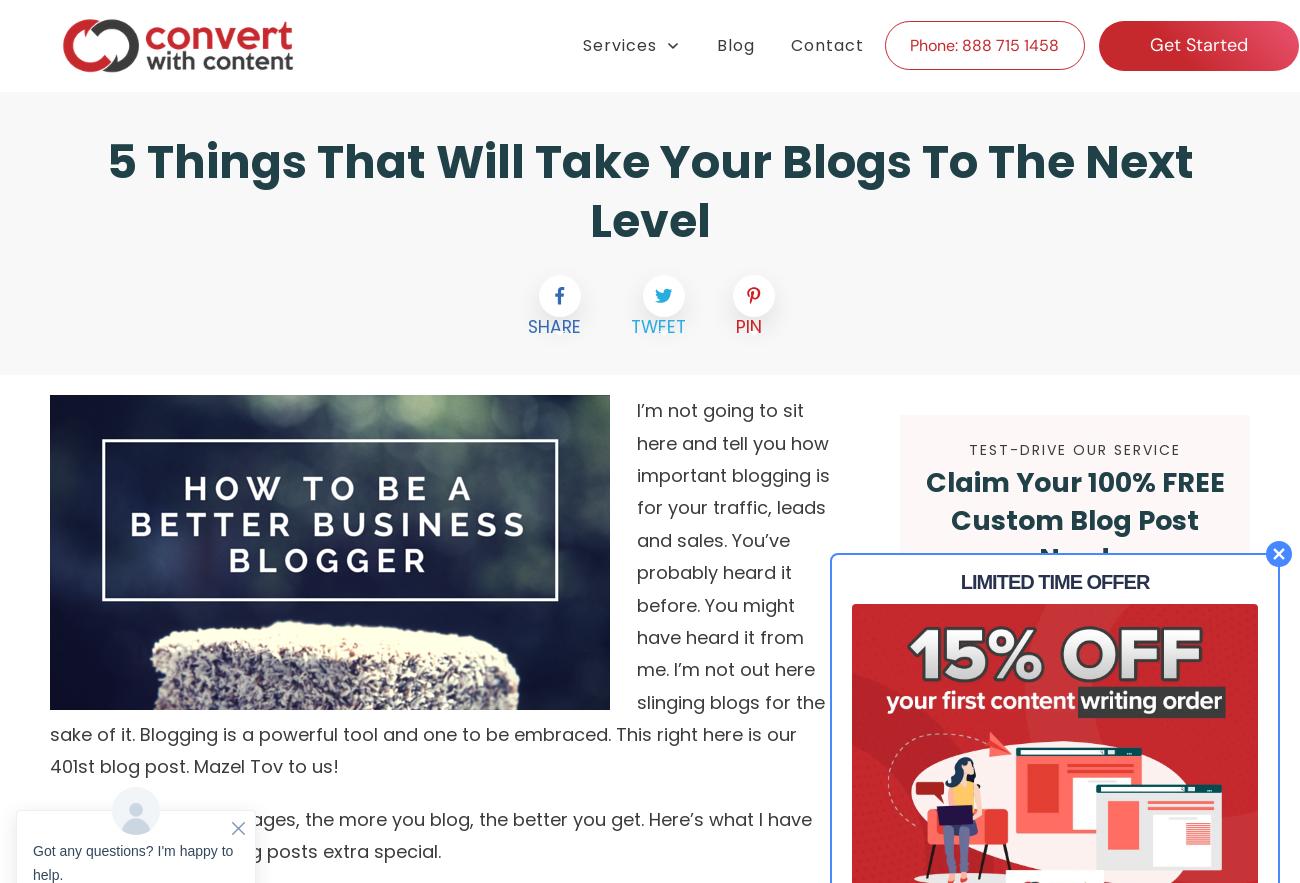  What do you see at coordinates (553, 325) in the screenshot?
I see `'Share'` at bounding box center [553, 325].